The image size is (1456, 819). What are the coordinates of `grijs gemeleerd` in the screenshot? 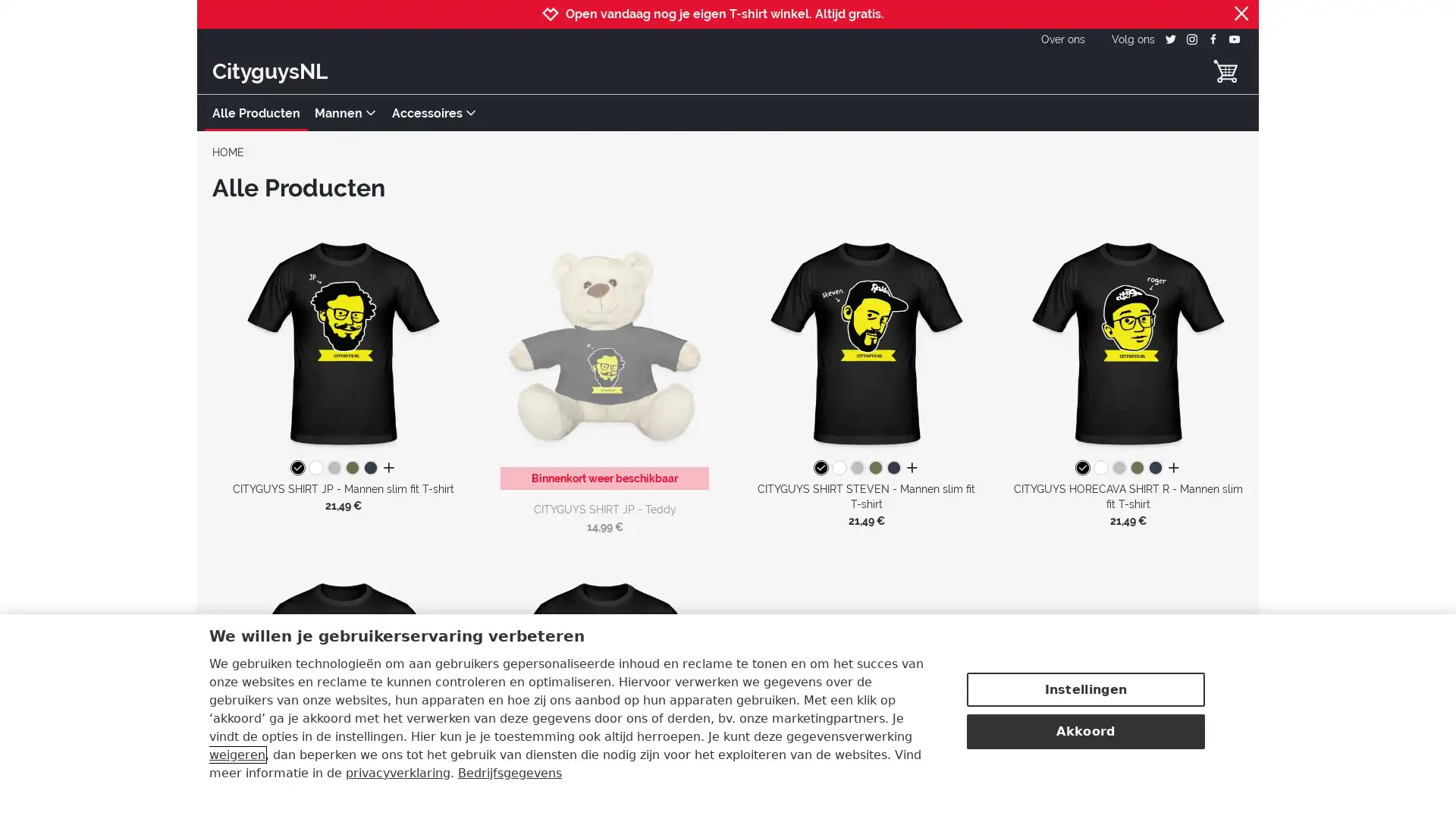 It's located at (333, 468).